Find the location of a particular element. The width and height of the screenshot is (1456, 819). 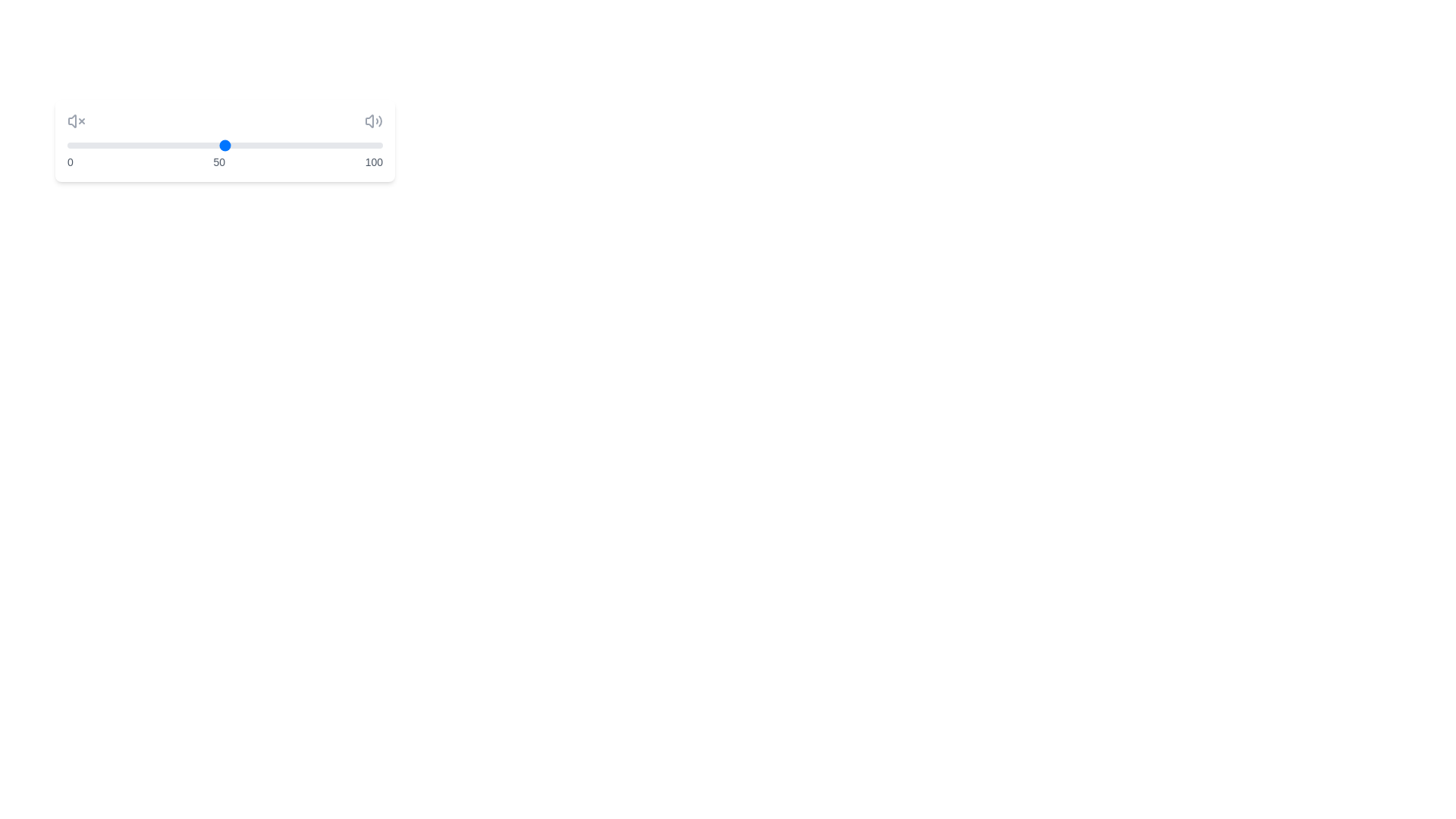

the slider to set the volume to 29% is located at coordinates (158, 146).